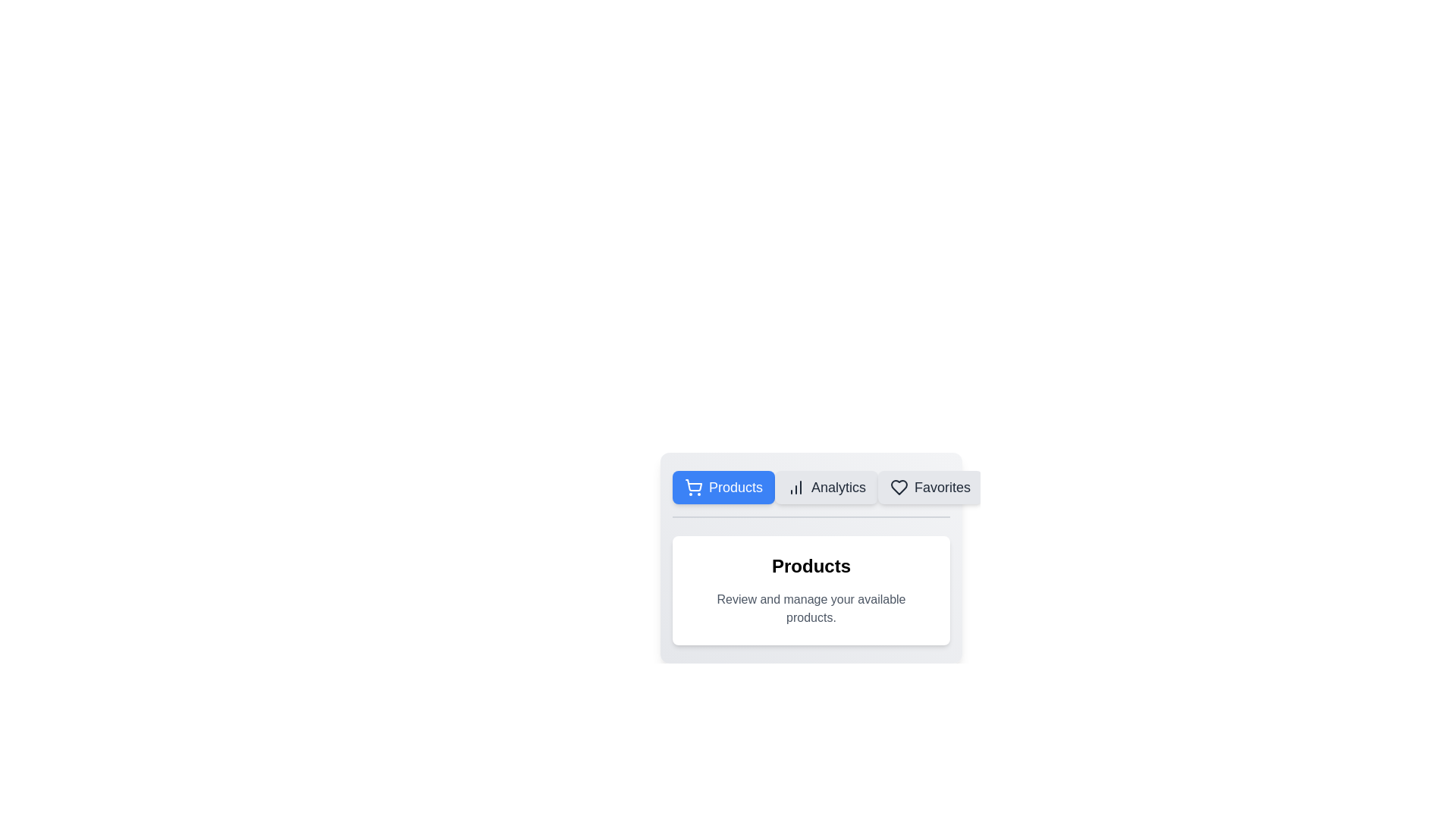 Image resolution: width=1456 pixels, height=819 pixels. I want to click on the second button in the horizontal navigation bar, located between the 'Products' button and the 'Favorites' button, so click(825, 488).